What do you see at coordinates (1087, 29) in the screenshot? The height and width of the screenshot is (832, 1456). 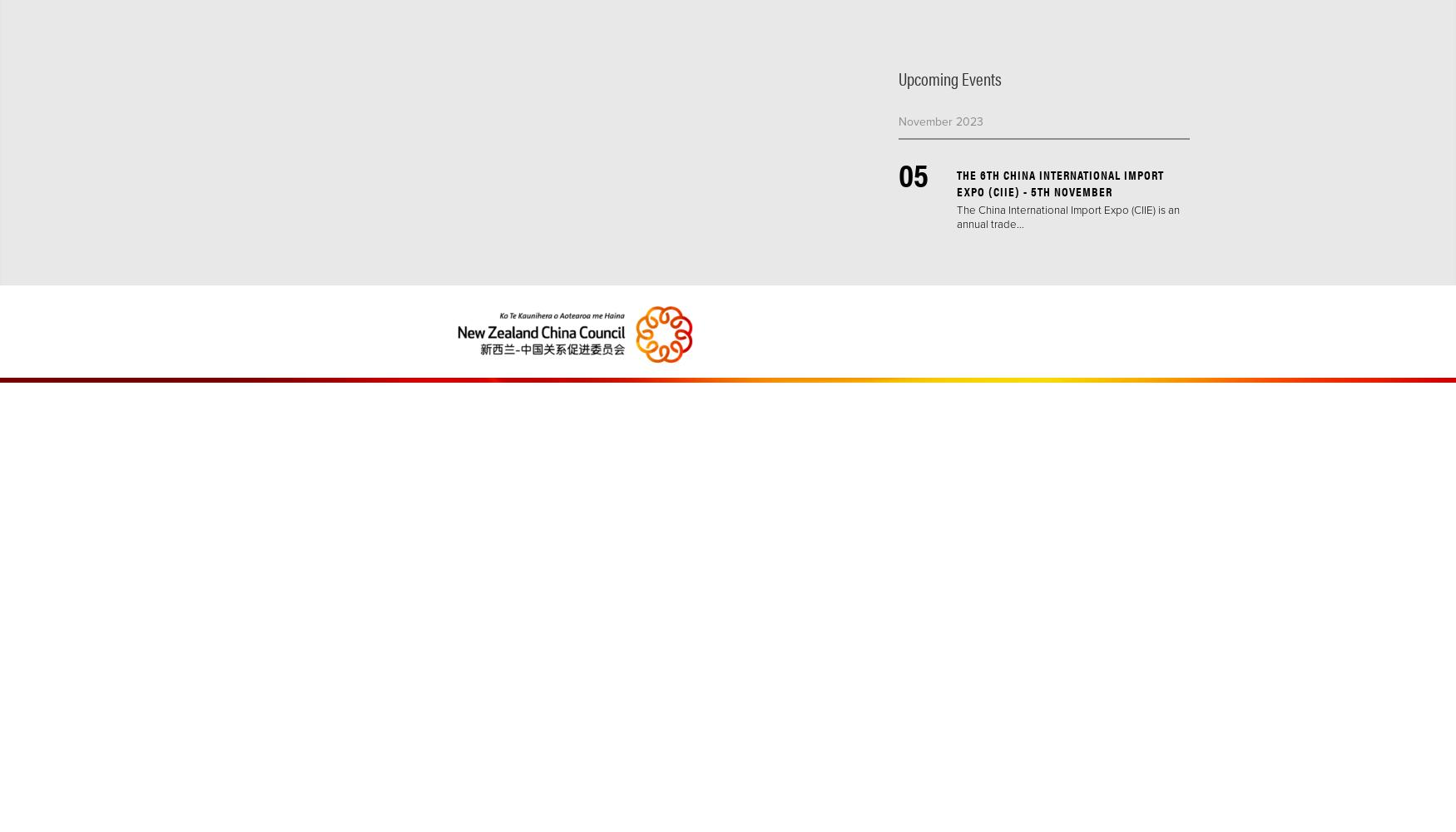 I see `'#collaboration'` at bounding box center [1087, 29].